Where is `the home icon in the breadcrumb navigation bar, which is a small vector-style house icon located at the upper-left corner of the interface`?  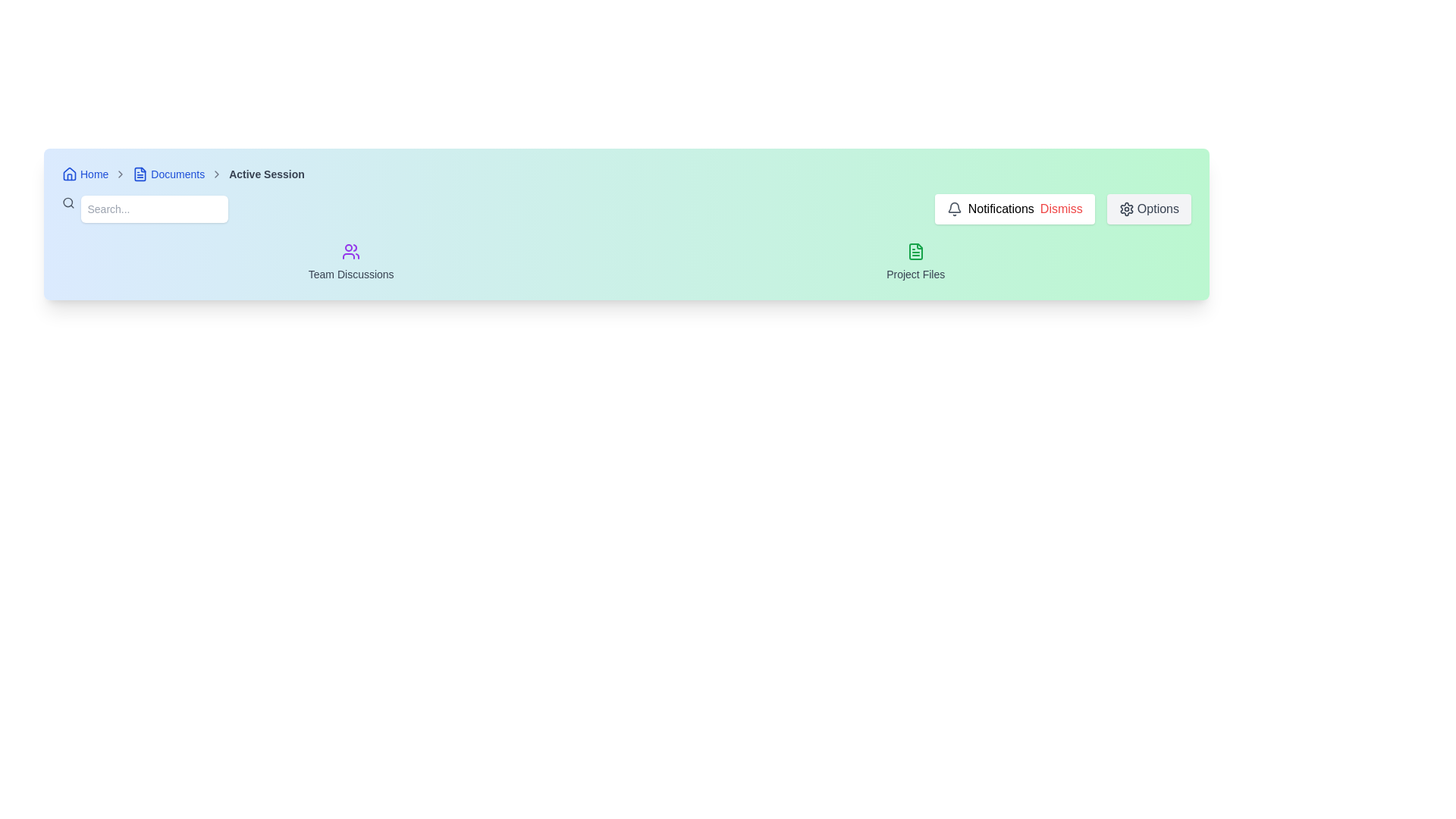 the home icon in the breadcrumb navigation bar, which is a small vector-style house icon located at the upper-left corner of the interface is located at coordinates (68, 174).